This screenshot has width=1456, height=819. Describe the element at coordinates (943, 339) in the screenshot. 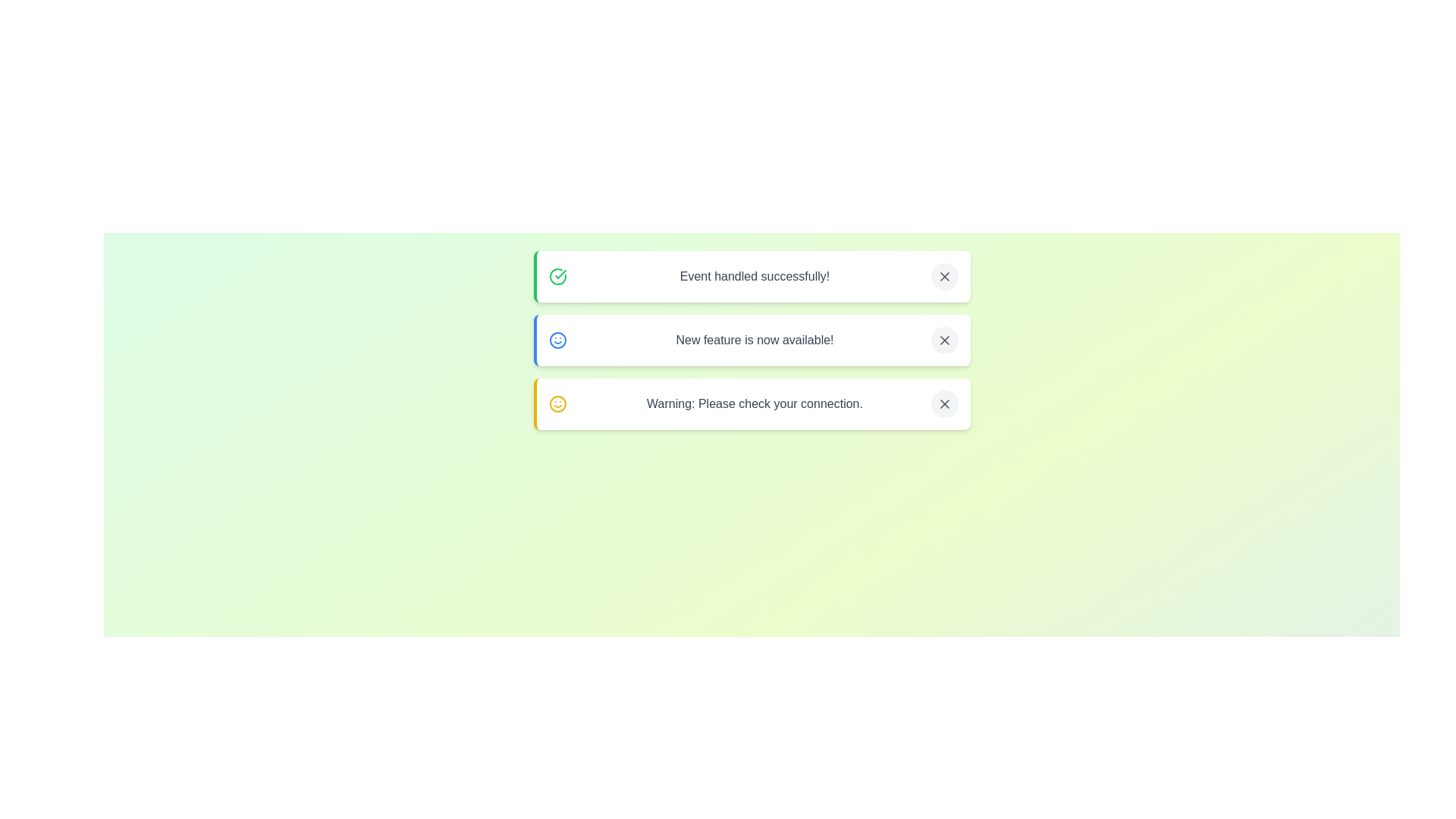

I see `the 'X' icon button in the top-right corner of the middle notification card that displays 'New feature is now available!'` at that location.